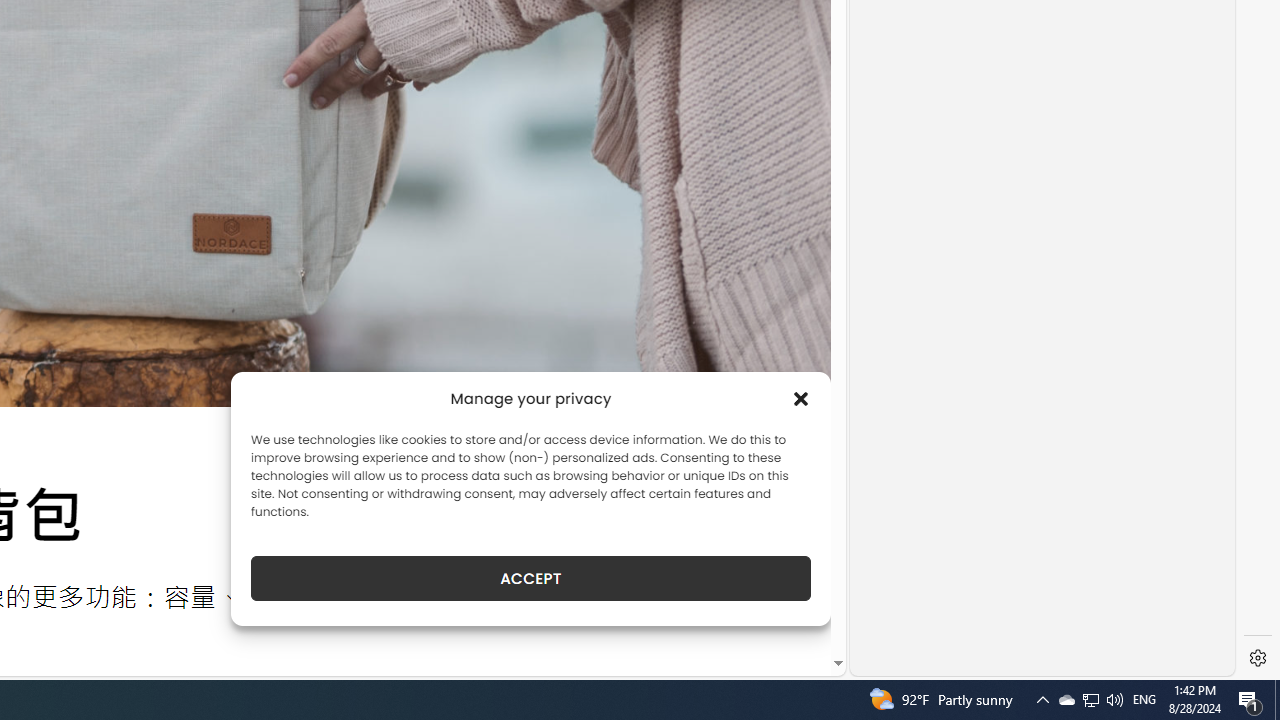 The width and height of the screenshot is (1280, 720). I want to click on 'Settings', so click(1257, 658).